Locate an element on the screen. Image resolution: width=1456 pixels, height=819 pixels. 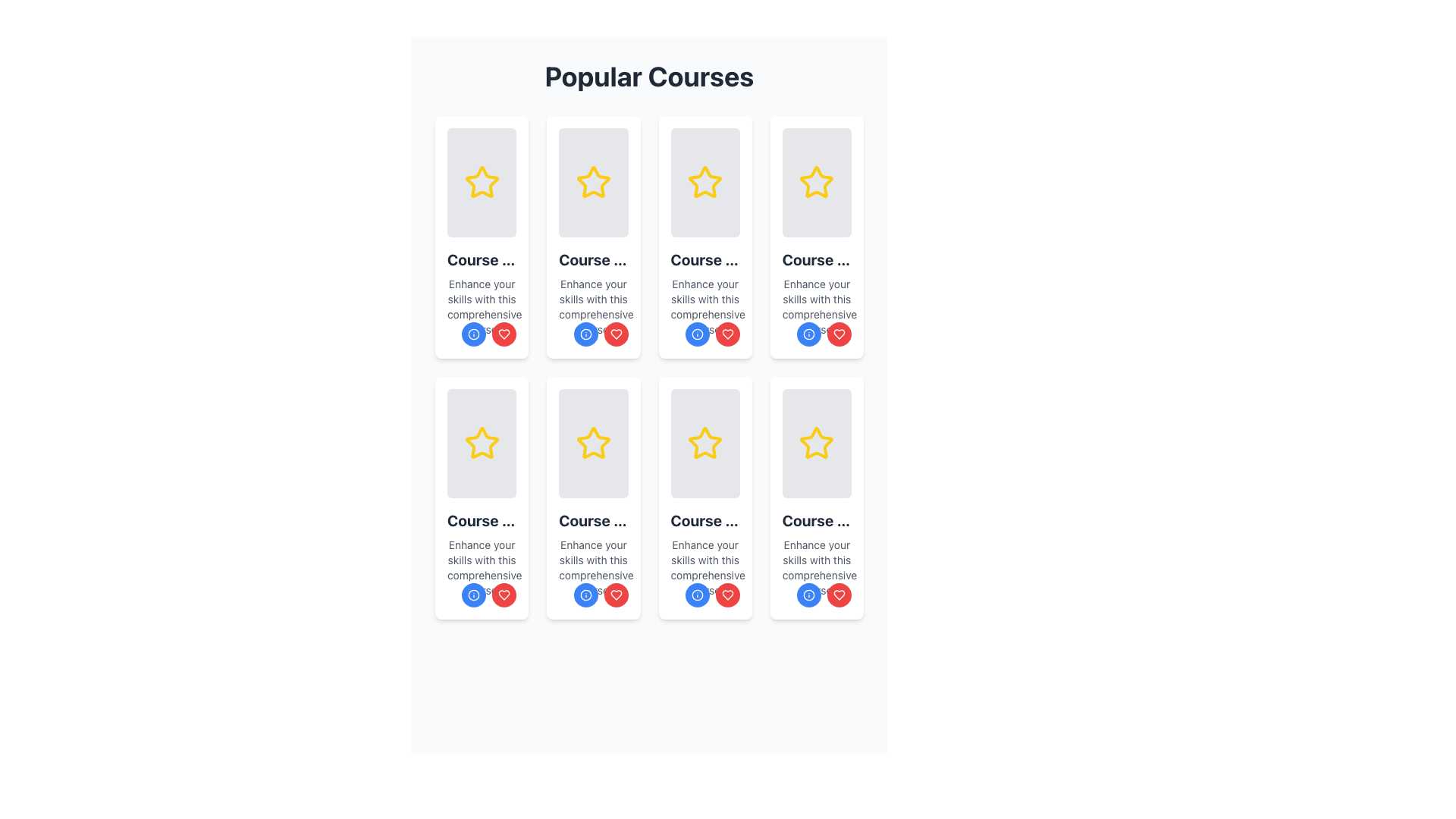
the Rating or favorite star icon located on the fourth card in the second row of the grid layout under the 'Popular Courses' section is located at coordinates (704, 443).